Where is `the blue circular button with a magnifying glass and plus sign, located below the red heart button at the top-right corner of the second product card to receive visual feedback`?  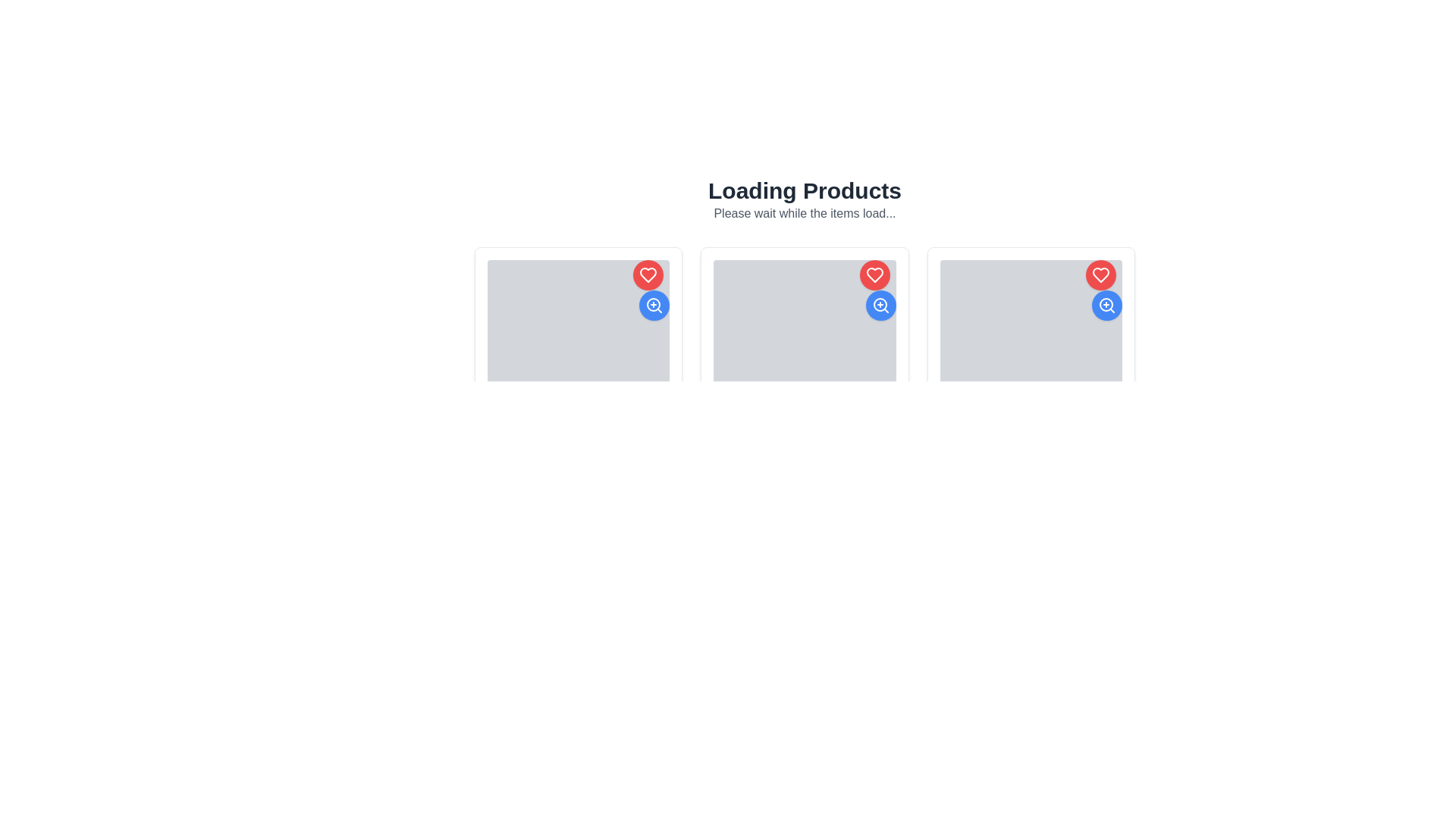 the blue circular button with a magnifying glass and plus sign, located below the red heart button at the top-right corner of the second product card to receive visual feedback is located at coordinates (877, 290).